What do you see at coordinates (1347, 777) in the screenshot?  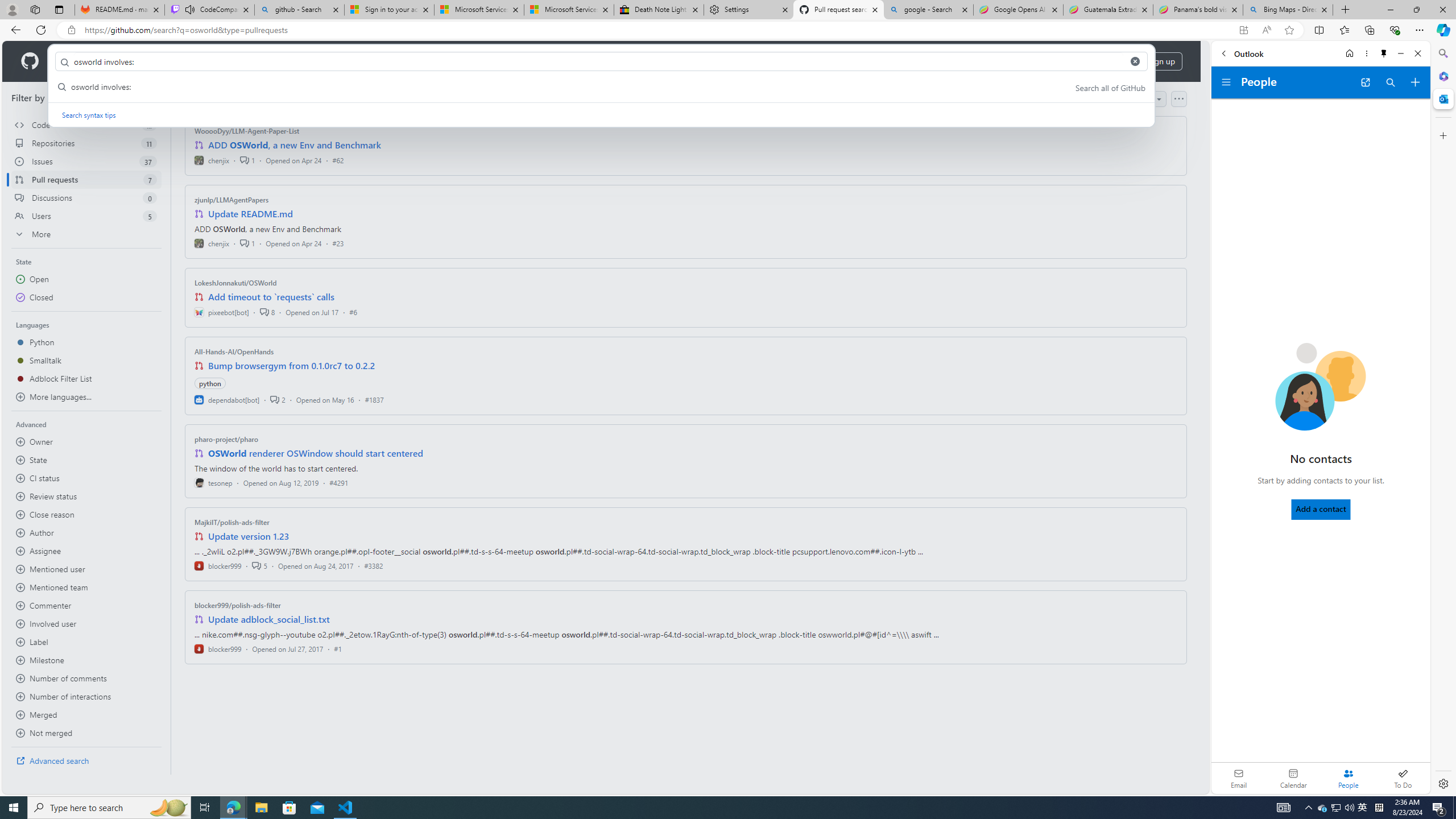 I see `'Selected people module'` at bounding box center [1347, 777].